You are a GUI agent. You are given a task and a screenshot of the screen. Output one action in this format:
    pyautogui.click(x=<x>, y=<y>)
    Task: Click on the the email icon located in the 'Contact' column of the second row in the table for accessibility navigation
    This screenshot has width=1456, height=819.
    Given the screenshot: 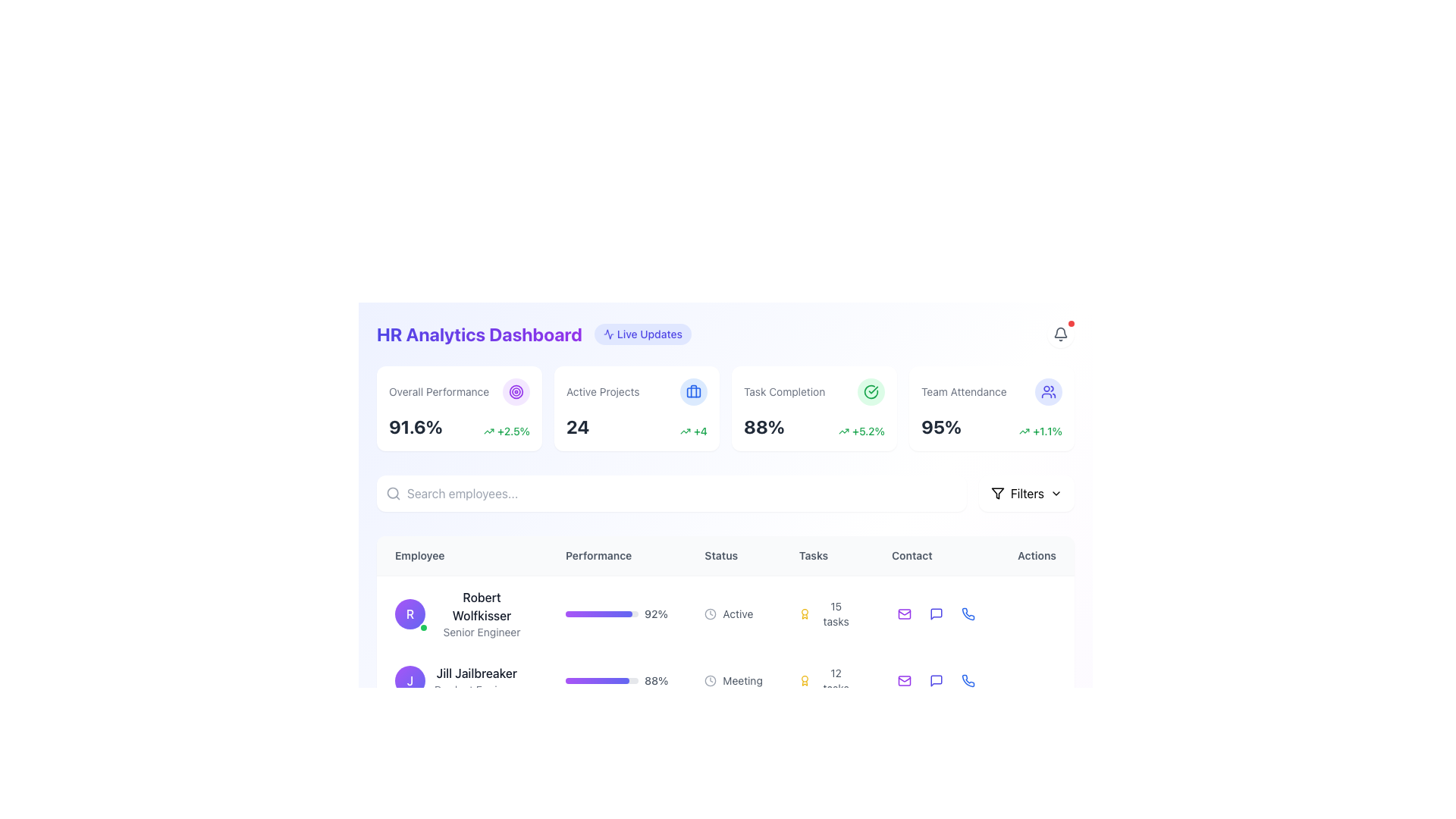 What is the action you would take?
    pyautogui.click(x=905, y=680)
    